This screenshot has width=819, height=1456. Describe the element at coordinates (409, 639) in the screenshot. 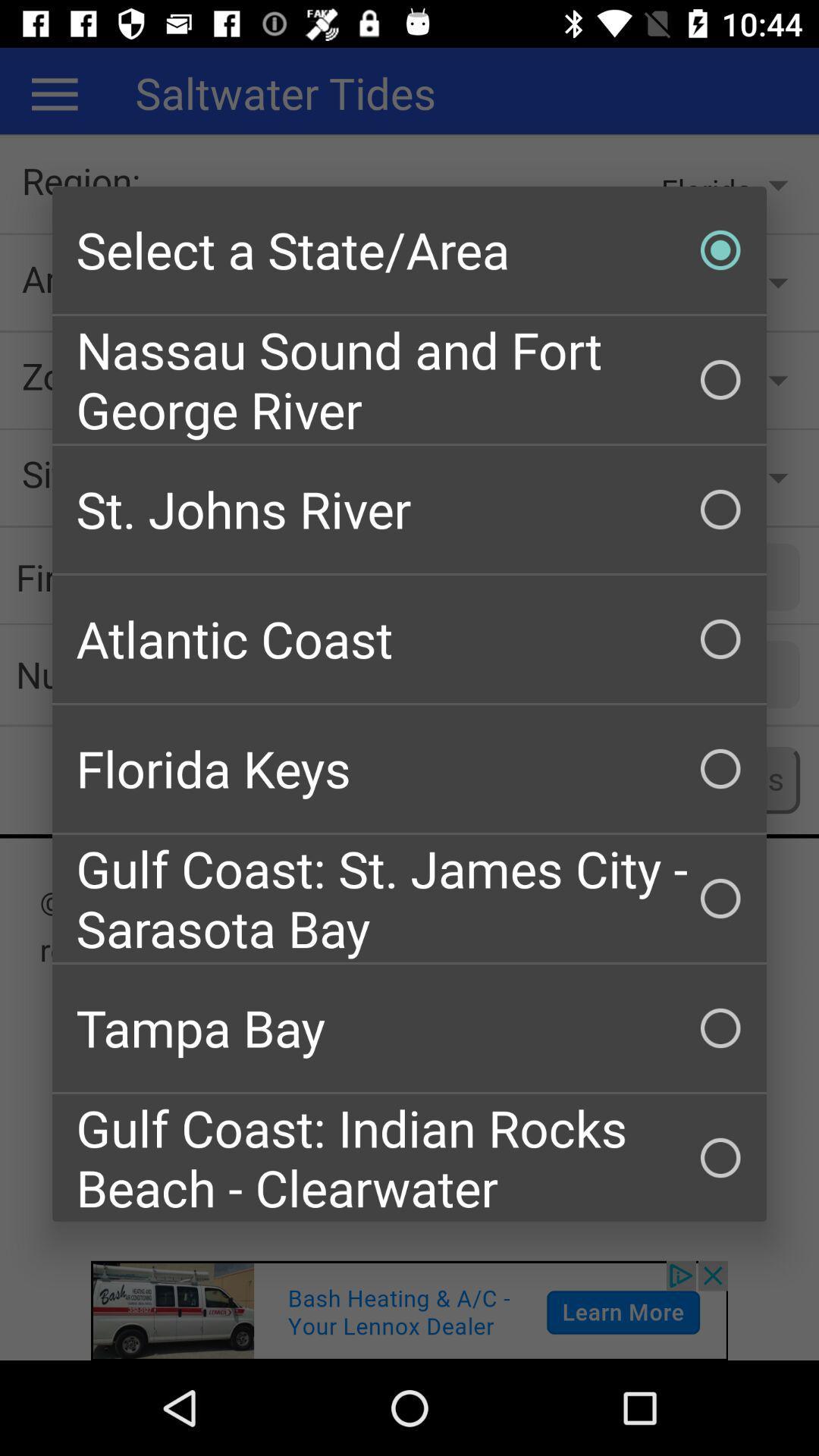

I see `icon above the florida keys icon` at that location.